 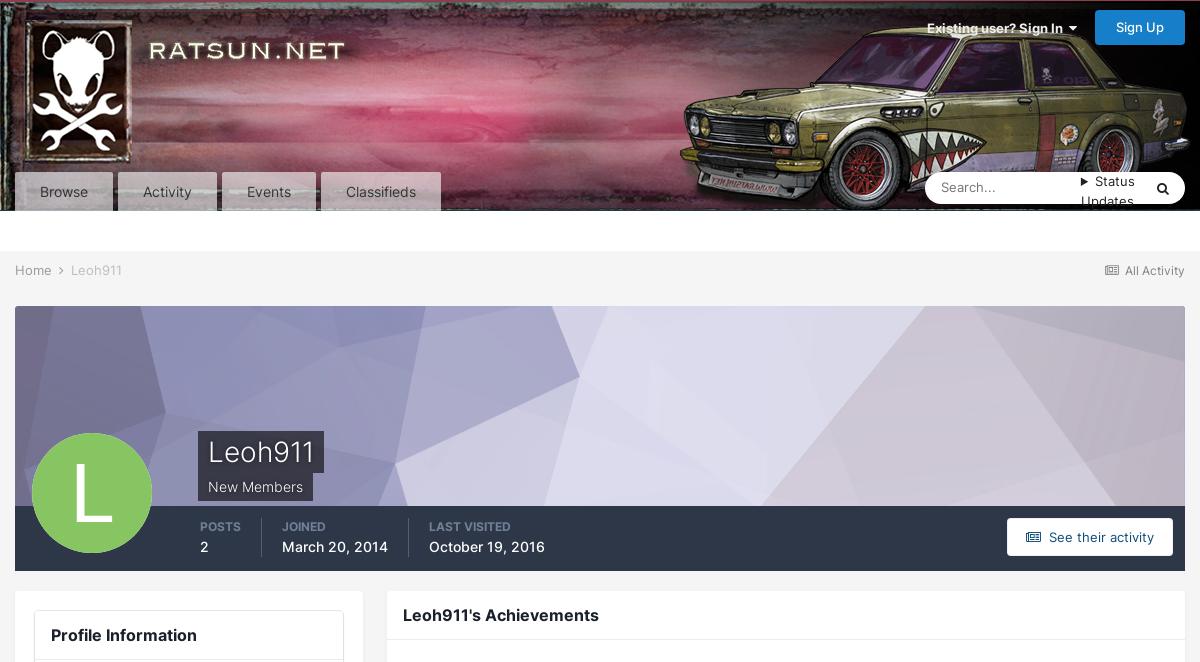 I want to click on 'Profile Information', so click(x=51, y=632).